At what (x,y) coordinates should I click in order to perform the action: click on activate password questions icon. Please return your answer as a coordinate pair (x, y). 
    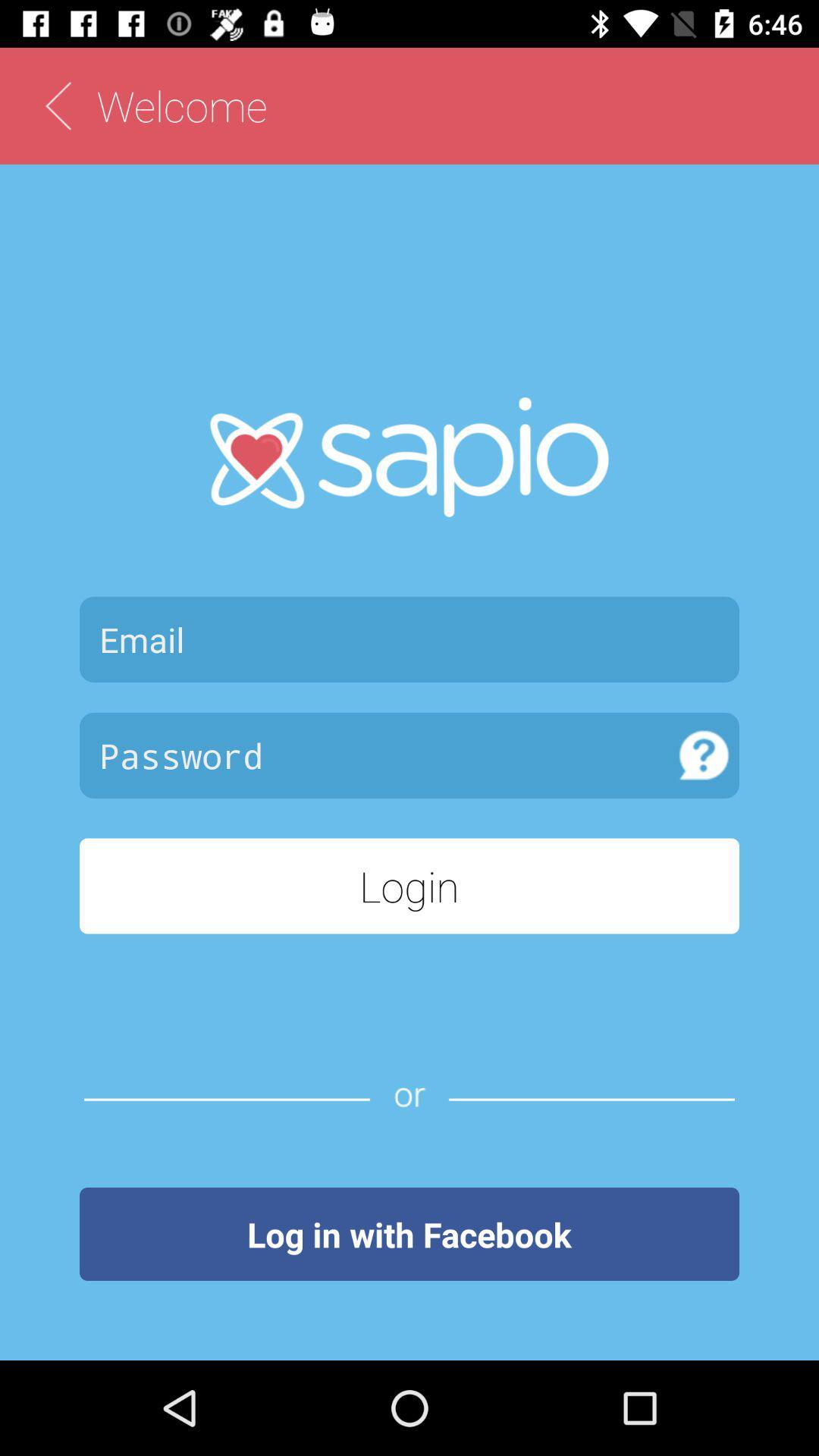
    Looking at the image, I should click on (704, 755).